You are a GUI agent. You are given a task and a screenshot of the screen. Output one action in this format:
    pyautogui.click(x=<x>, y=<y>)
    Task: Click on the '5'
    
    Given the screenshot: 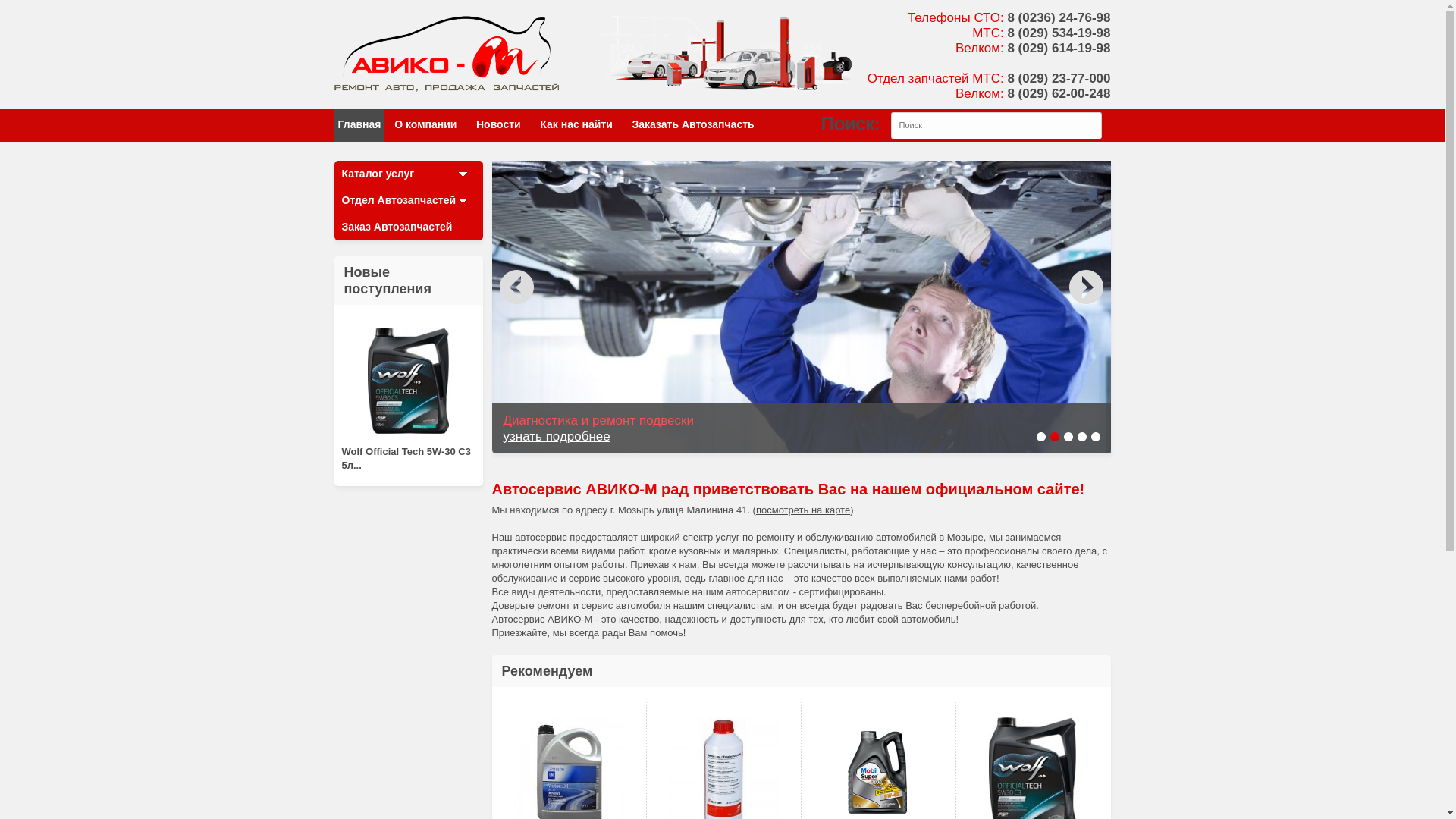 What is the action you would take?
    pyautogui.click(x=1095, y=436)
    